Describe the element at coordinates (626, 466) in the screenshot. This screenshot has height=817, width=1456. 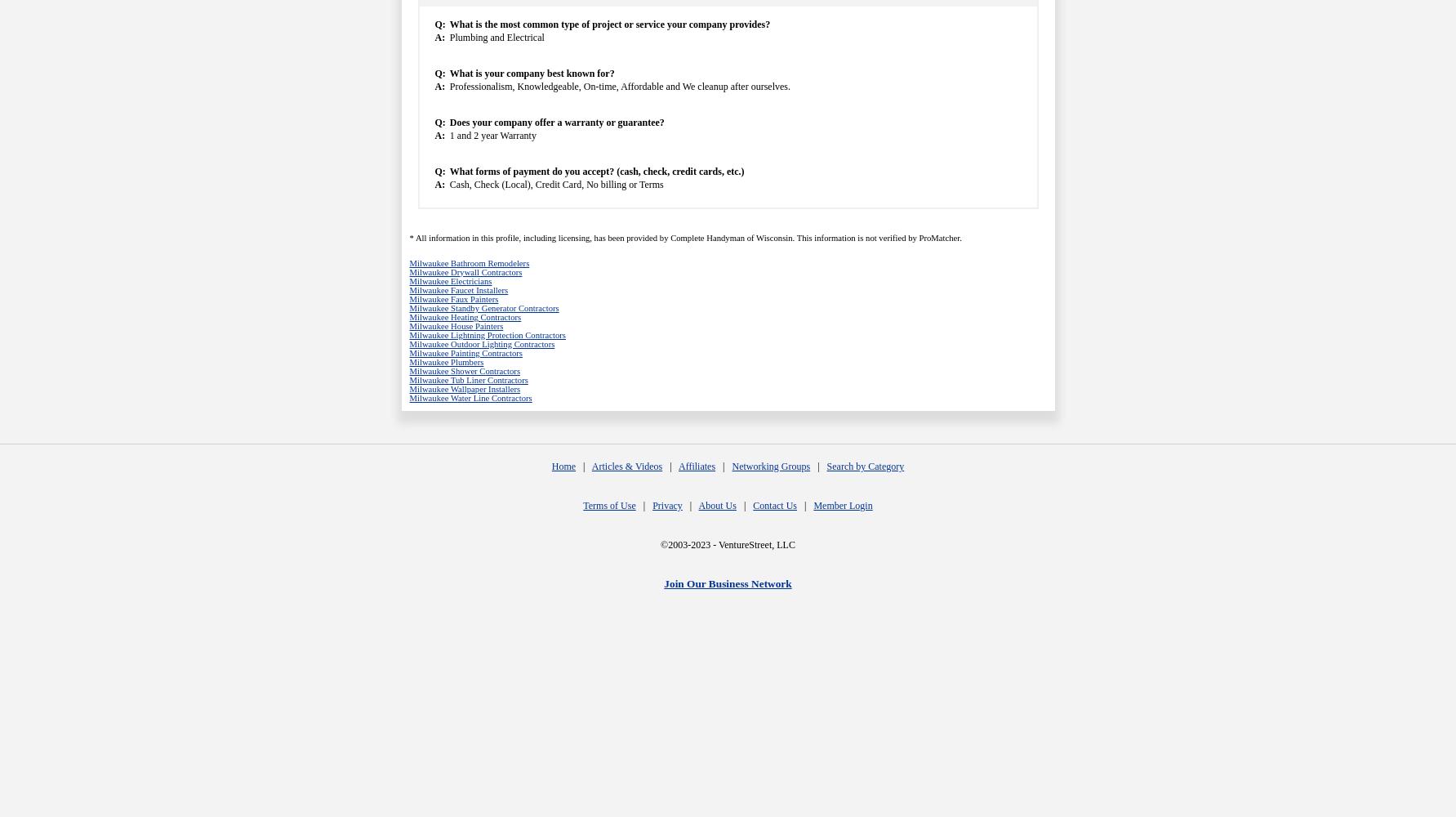
I see `'Articles & Videos'` at that location.